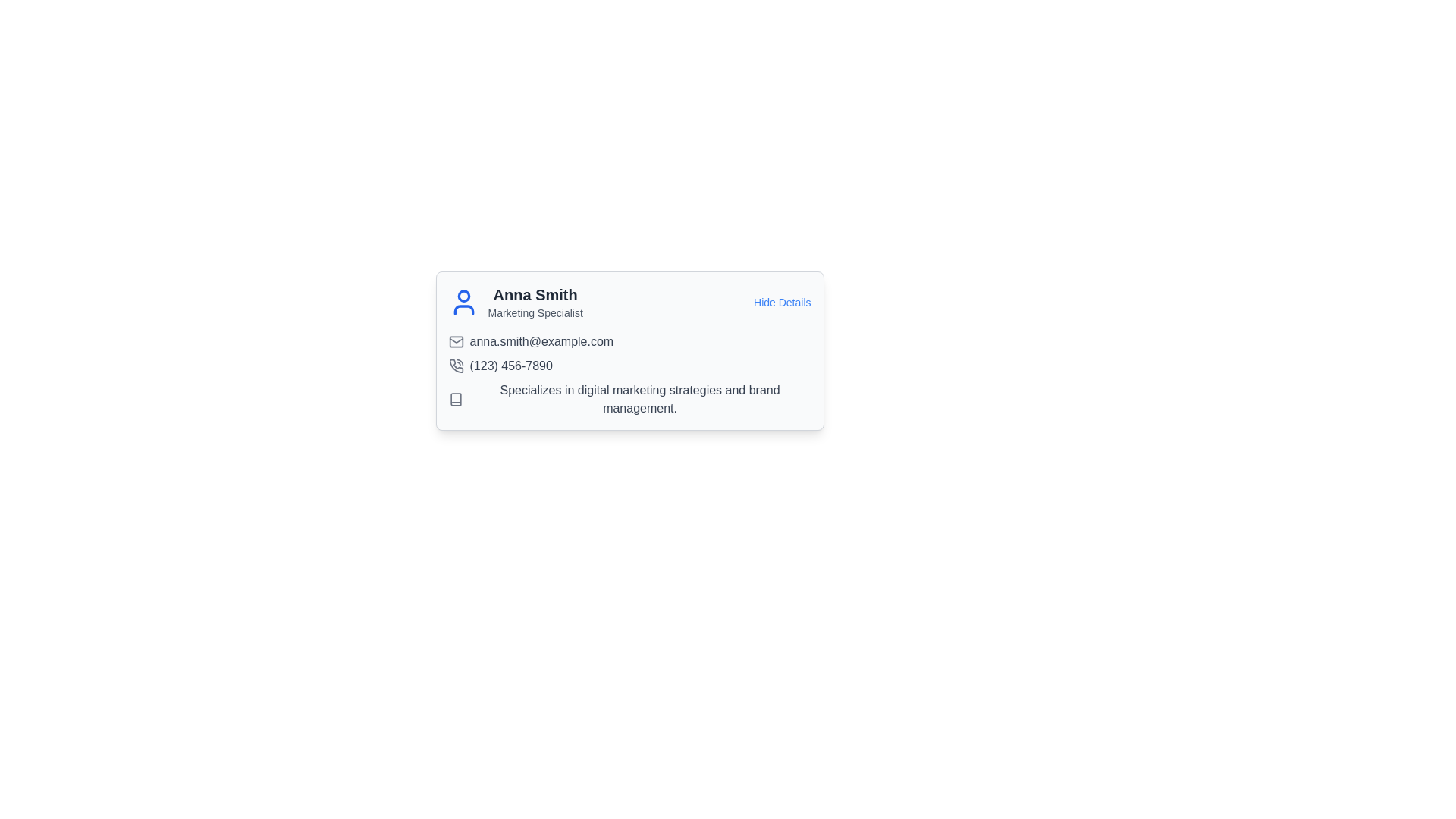 The width and height of the screenshot is (1456, 819). I want to click on icon located to the left of the text 'Specializes in digital marketing strategies and brand management.', so click(455, 399).